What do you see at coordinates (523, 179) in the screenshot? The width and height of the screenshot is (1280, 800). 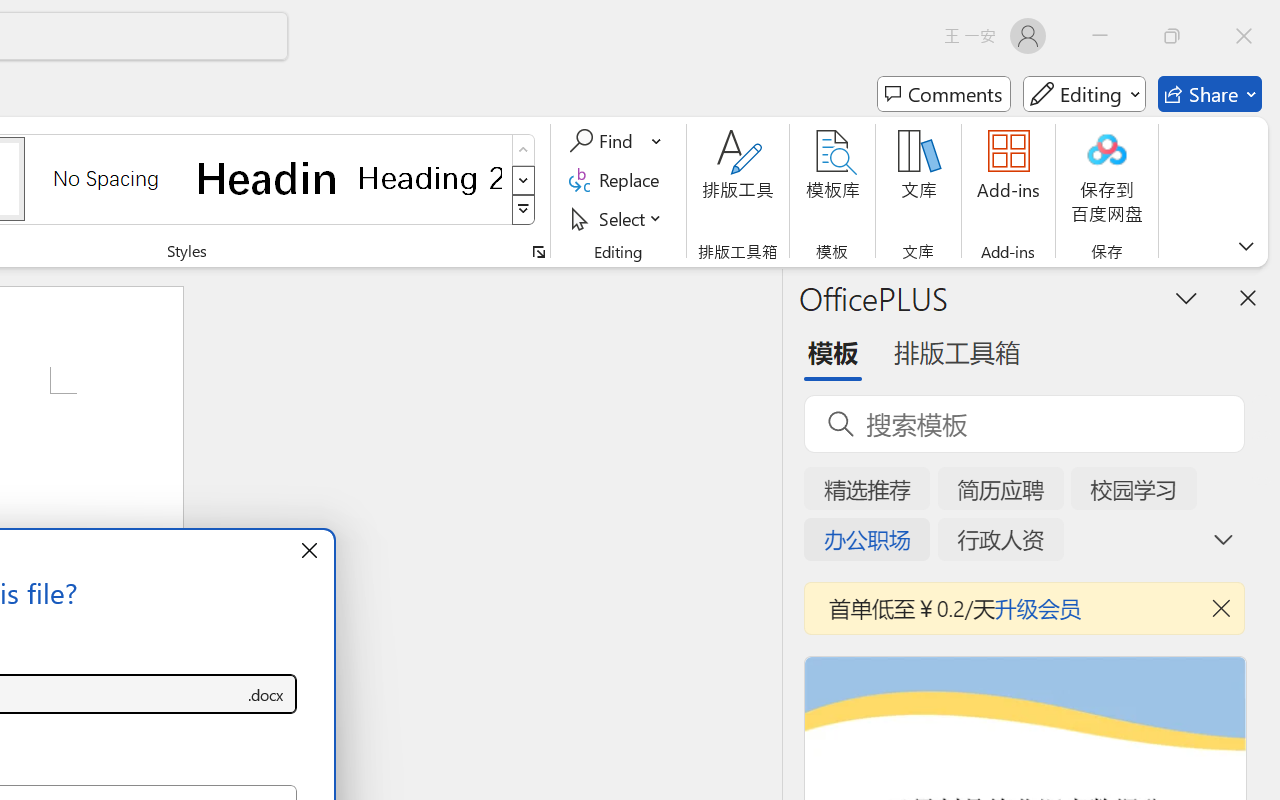 I see `'Row Down'` at bounding box center [523, 179].